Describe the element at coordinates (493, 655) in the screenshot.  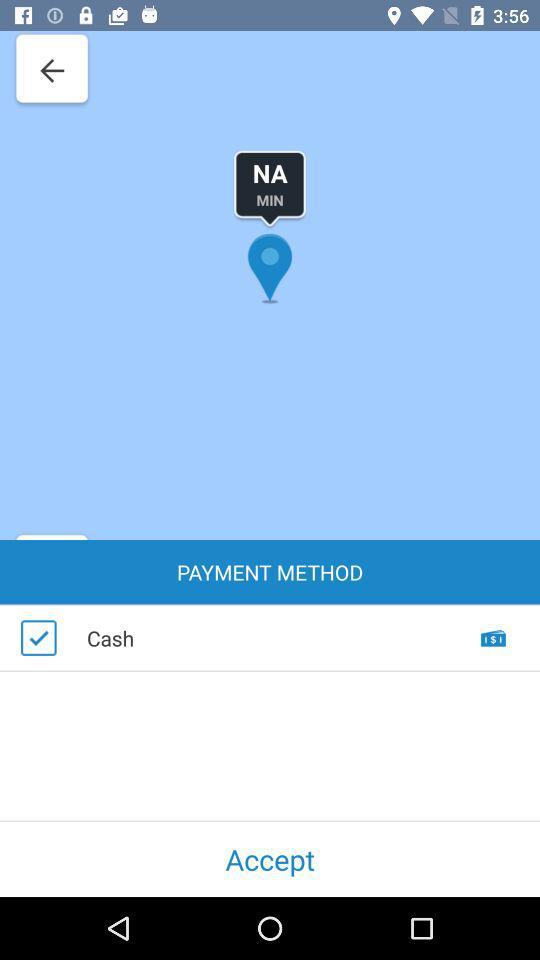
I see `the icon which is after the cash` at that location.